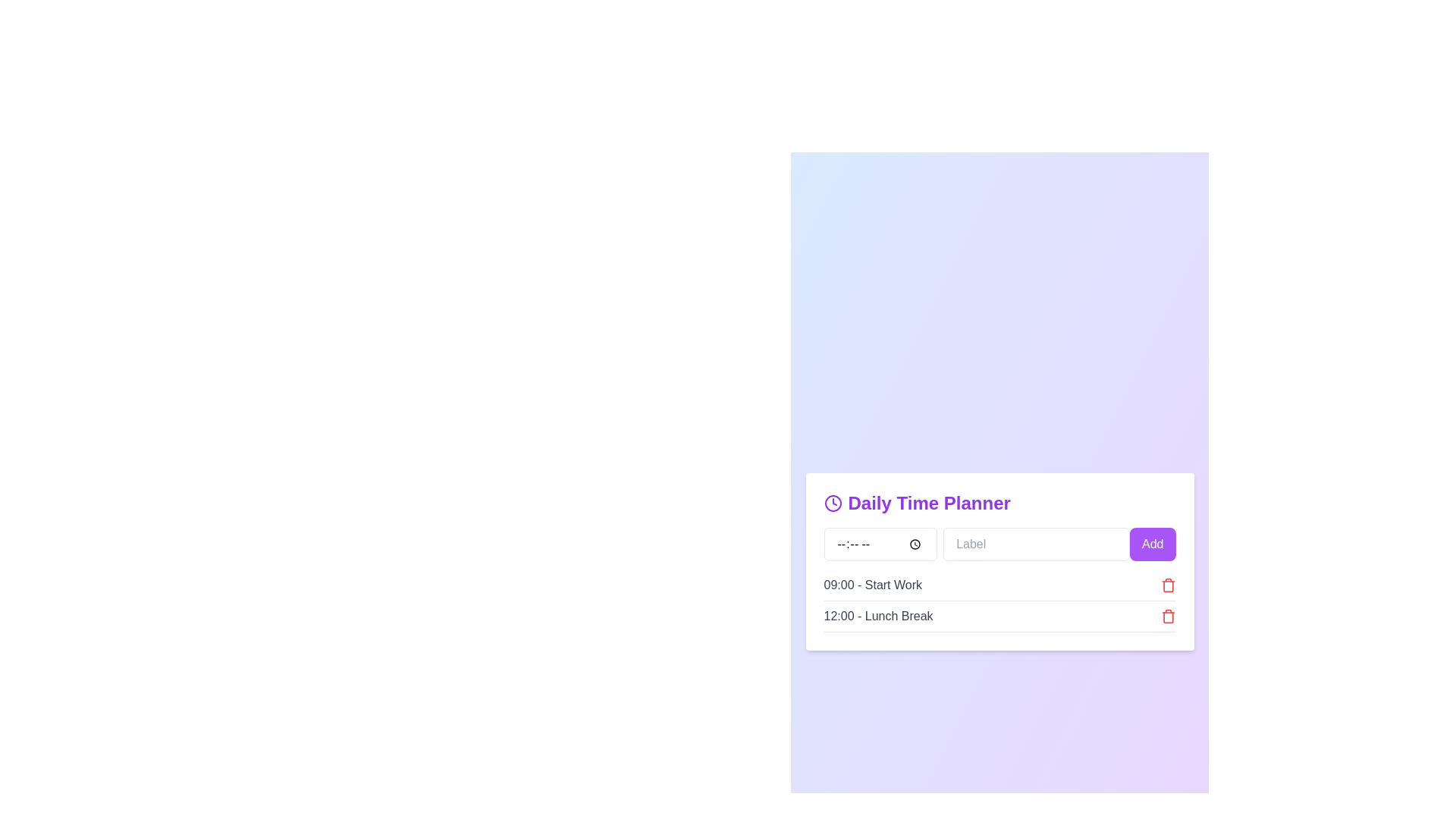 The width and height of the screenshot is (1456, 819). Describe the element at coordinates (832, 503) in the screenshot. I see `the circular SVG element with a purple border and white fill, which is part of the clock icon located to the left of the 'Daily Time Planner' title` at that location.